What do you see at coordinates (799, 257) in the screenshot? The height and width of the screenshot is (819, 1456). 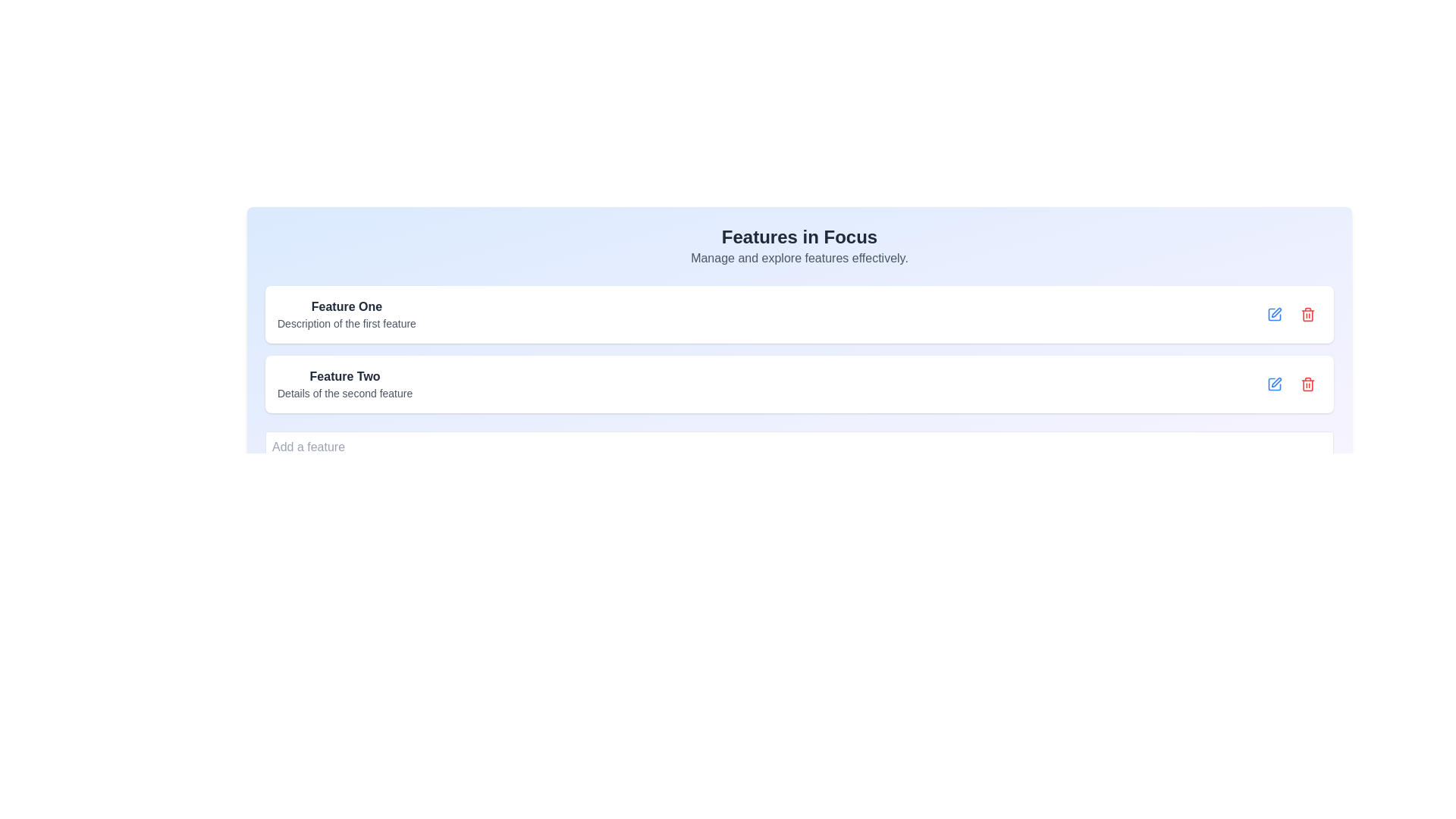 I see `the interactive text line styled in light gray that reads 'Manage and explore features effectively.', located below the heading 'Features in Focus'` at bounding box center [799, 257].